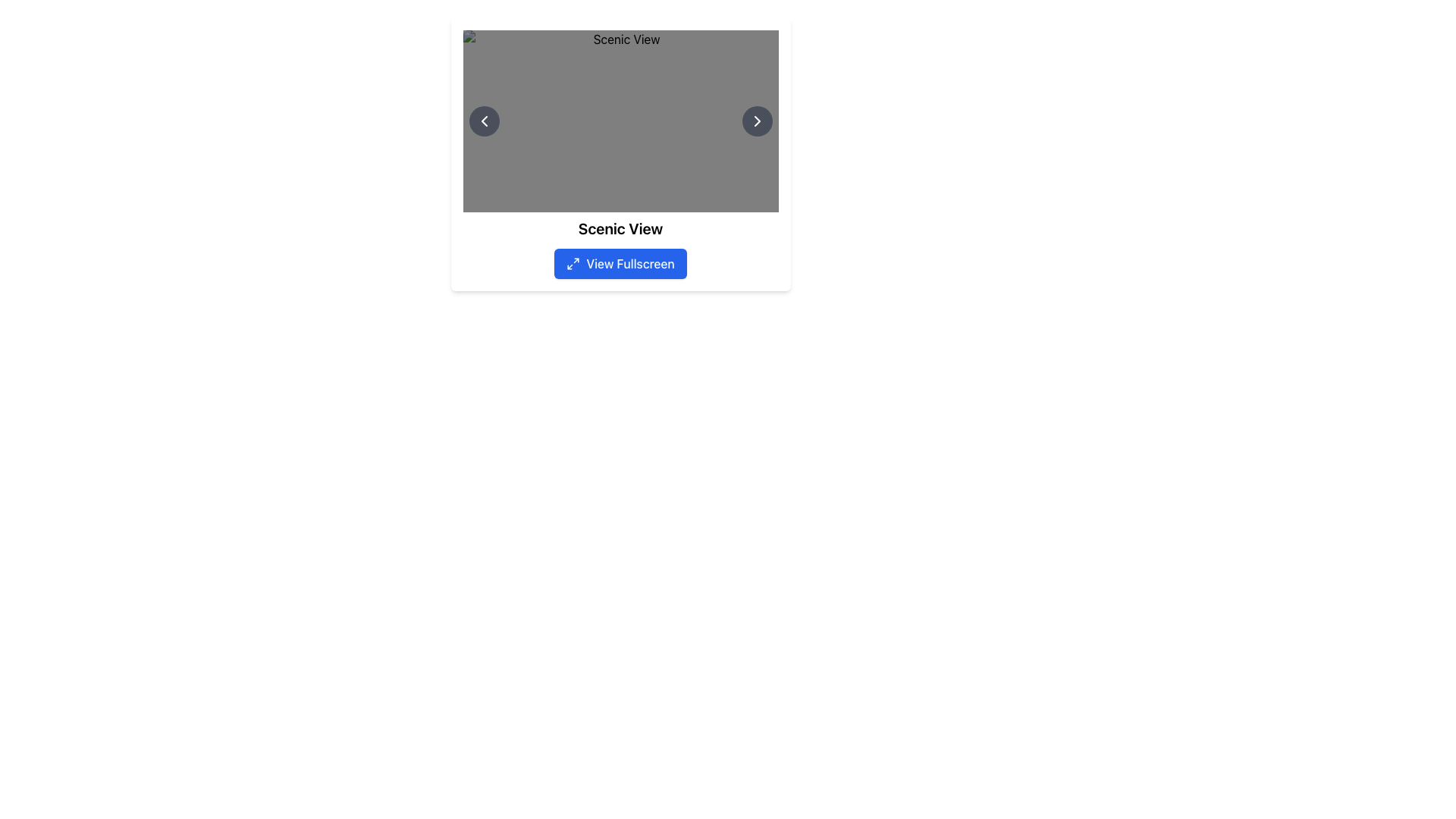 Image resolution: width=1456 pixels, height=819 pixels. Describe the element at coordinates (757, 120) in the screenshot. I see `the right-side navigation icon within the SVG graphic, which indicates movement to the next item in a carousel or slideshow` at that location.